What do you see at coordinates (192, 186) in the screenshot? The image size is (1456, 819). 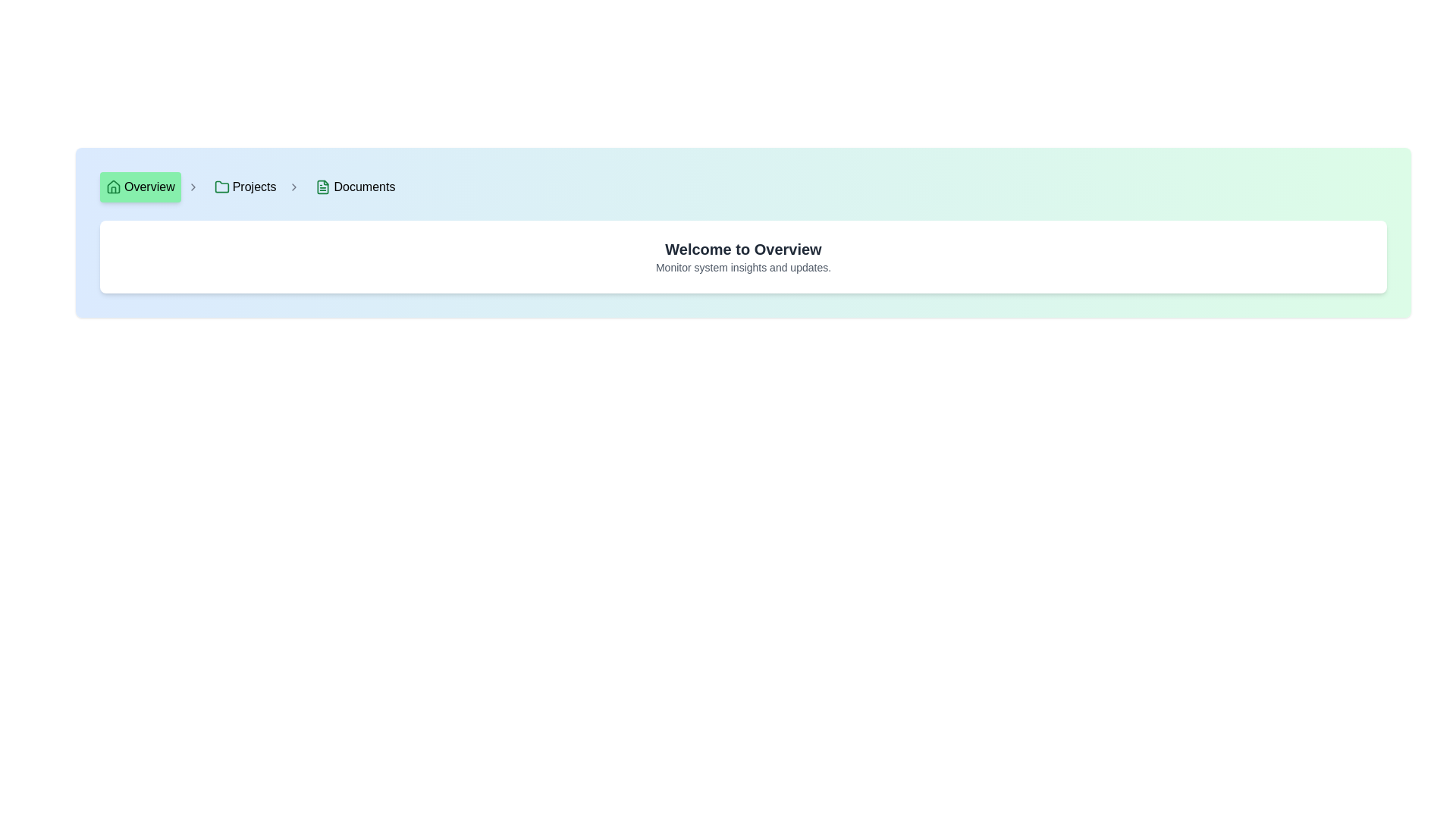 I see `the chevron icon located` at bounding box center [192, 186].